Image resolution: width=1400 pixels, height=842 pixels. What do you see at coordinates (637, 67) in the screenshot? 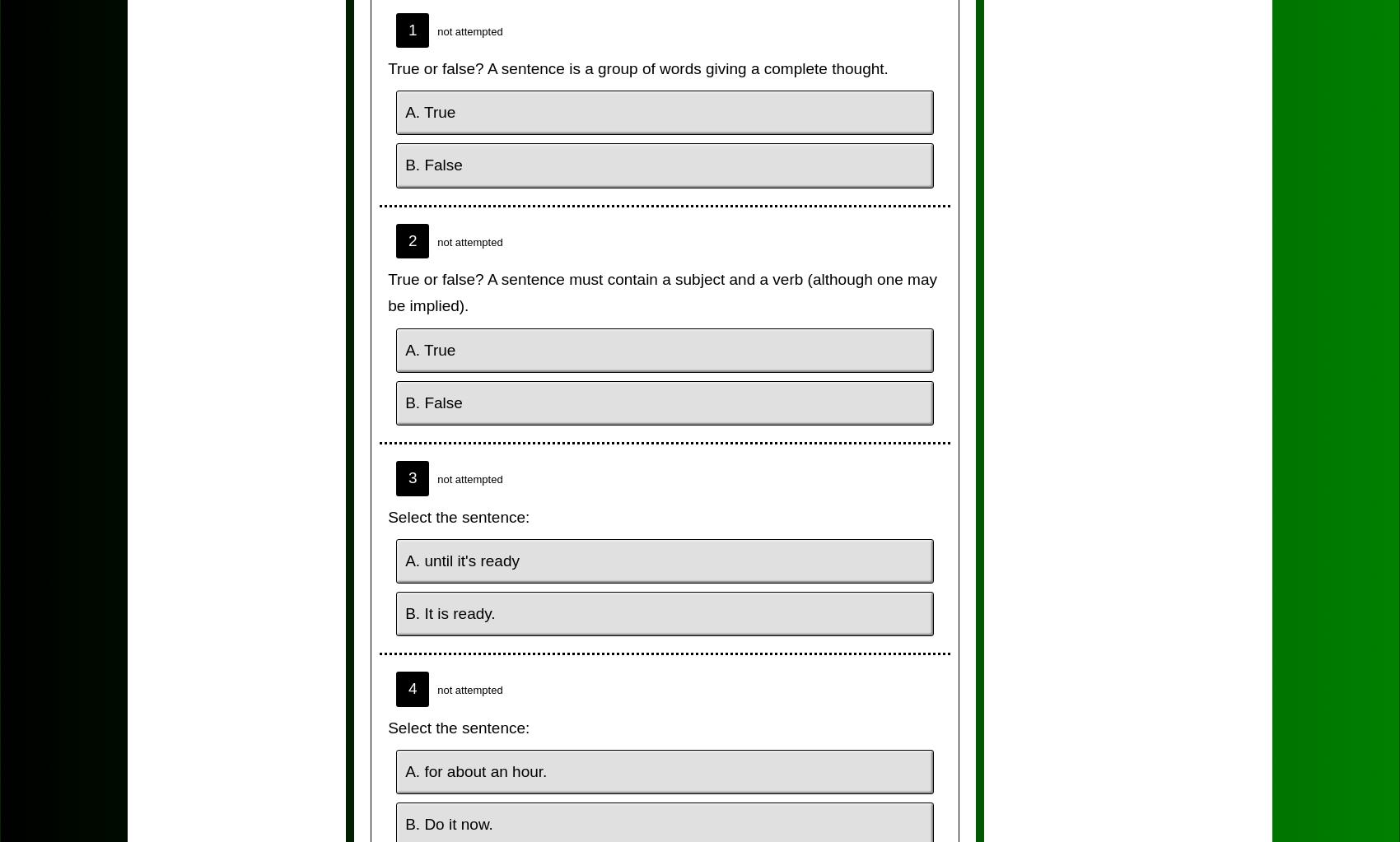
I see `'True or false? A sentence is a group of words giving a complete thought.'` at bounding box center [637, 67].